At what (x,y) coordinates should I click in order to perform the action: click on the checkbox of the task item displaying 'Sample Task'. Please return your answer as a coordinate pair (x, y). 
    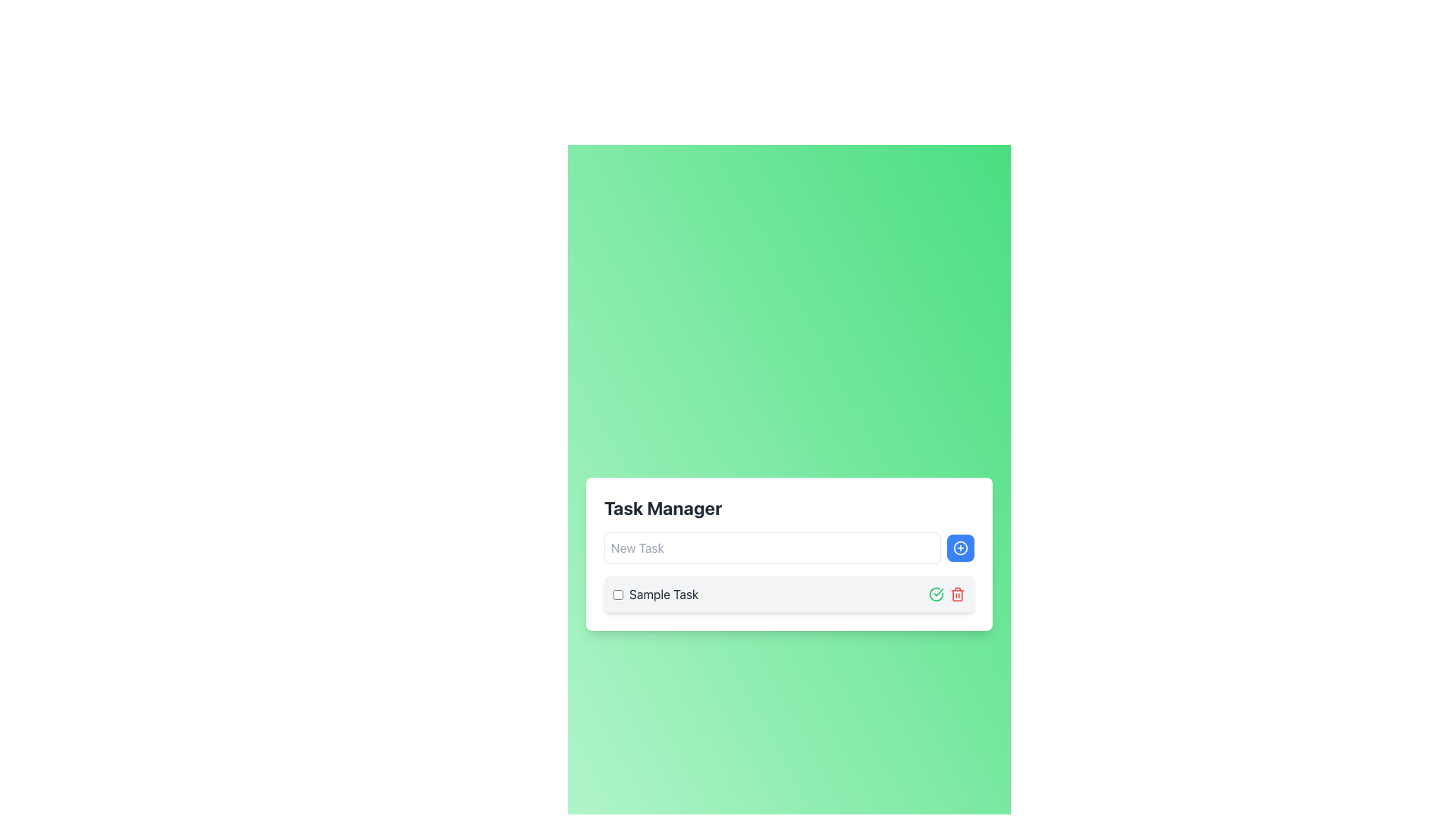
    Looking at the image, I should click on (789, 593).